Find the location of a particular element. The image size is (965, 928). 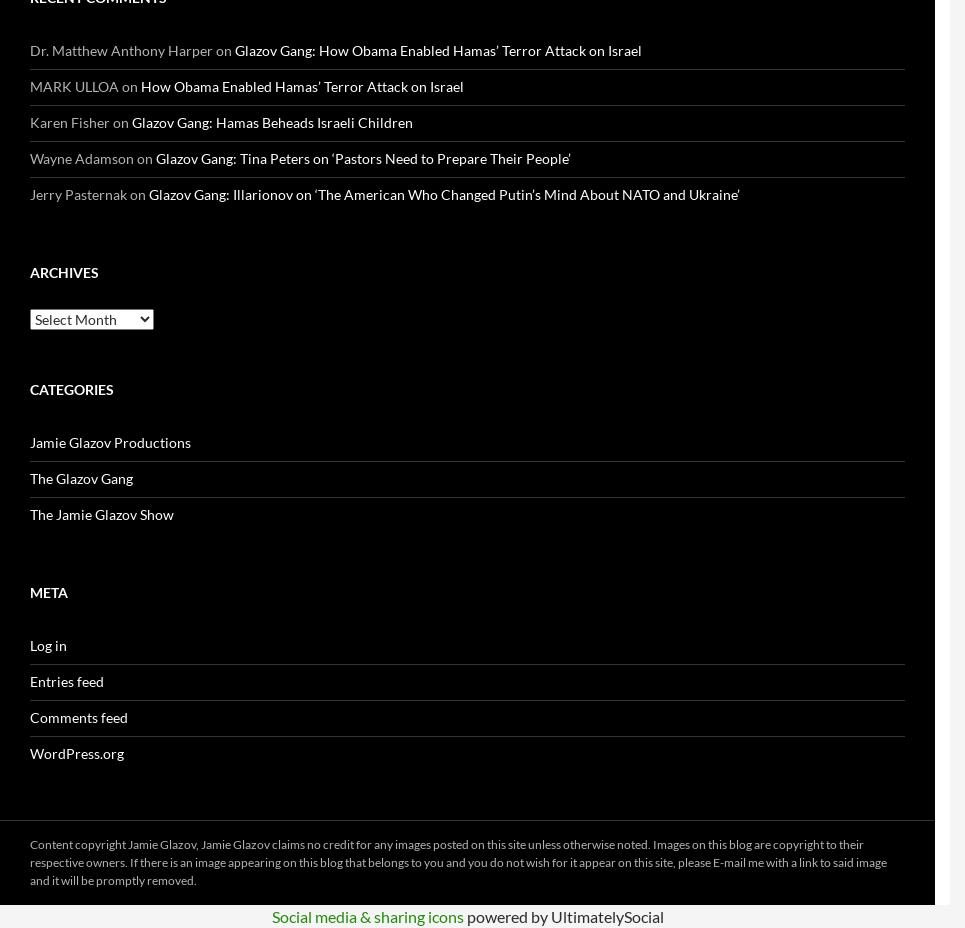

'Categories' is located at coordinates (71, 389).